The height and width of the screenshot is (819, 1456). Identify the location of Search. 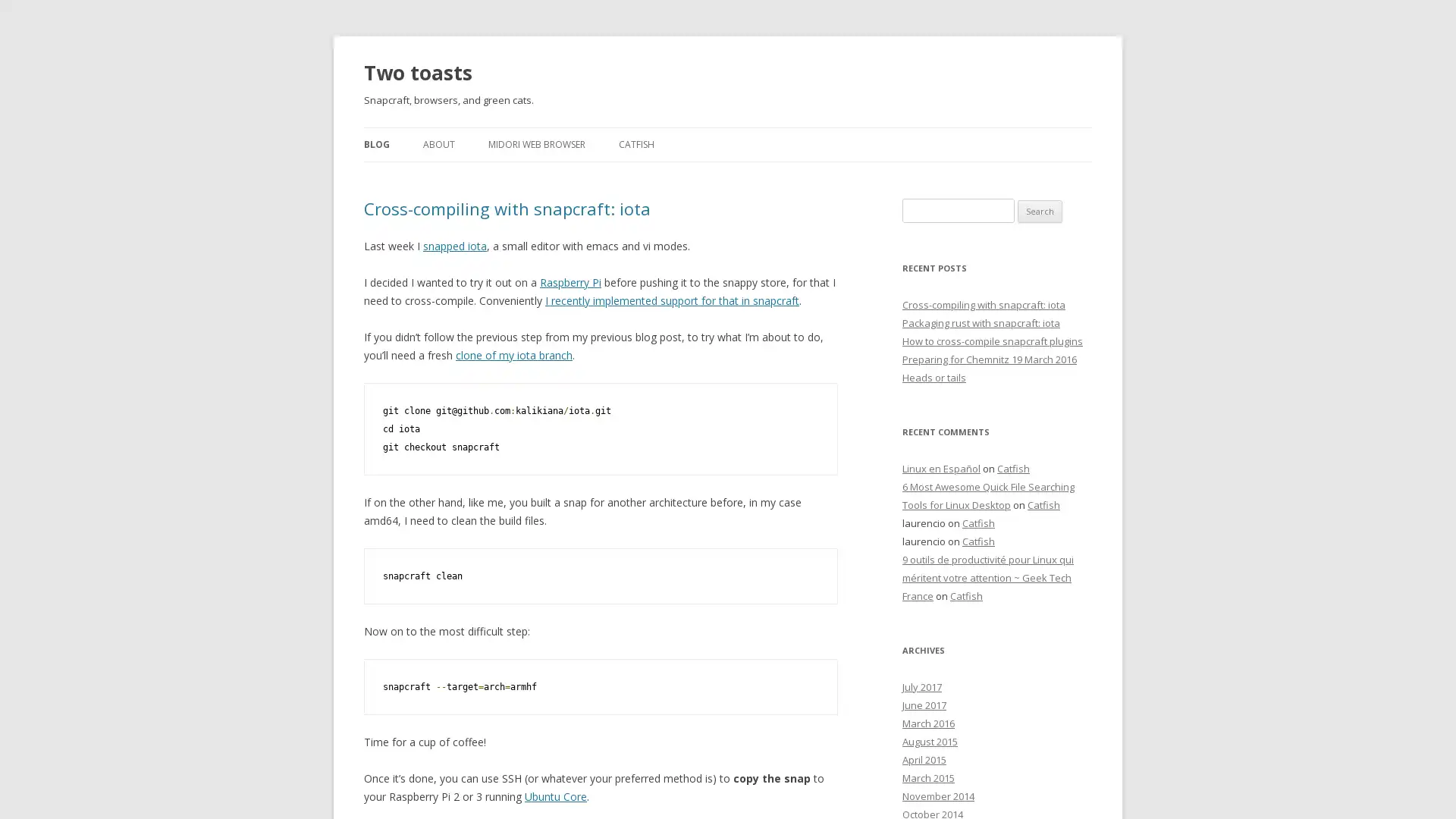
(1039, 211).